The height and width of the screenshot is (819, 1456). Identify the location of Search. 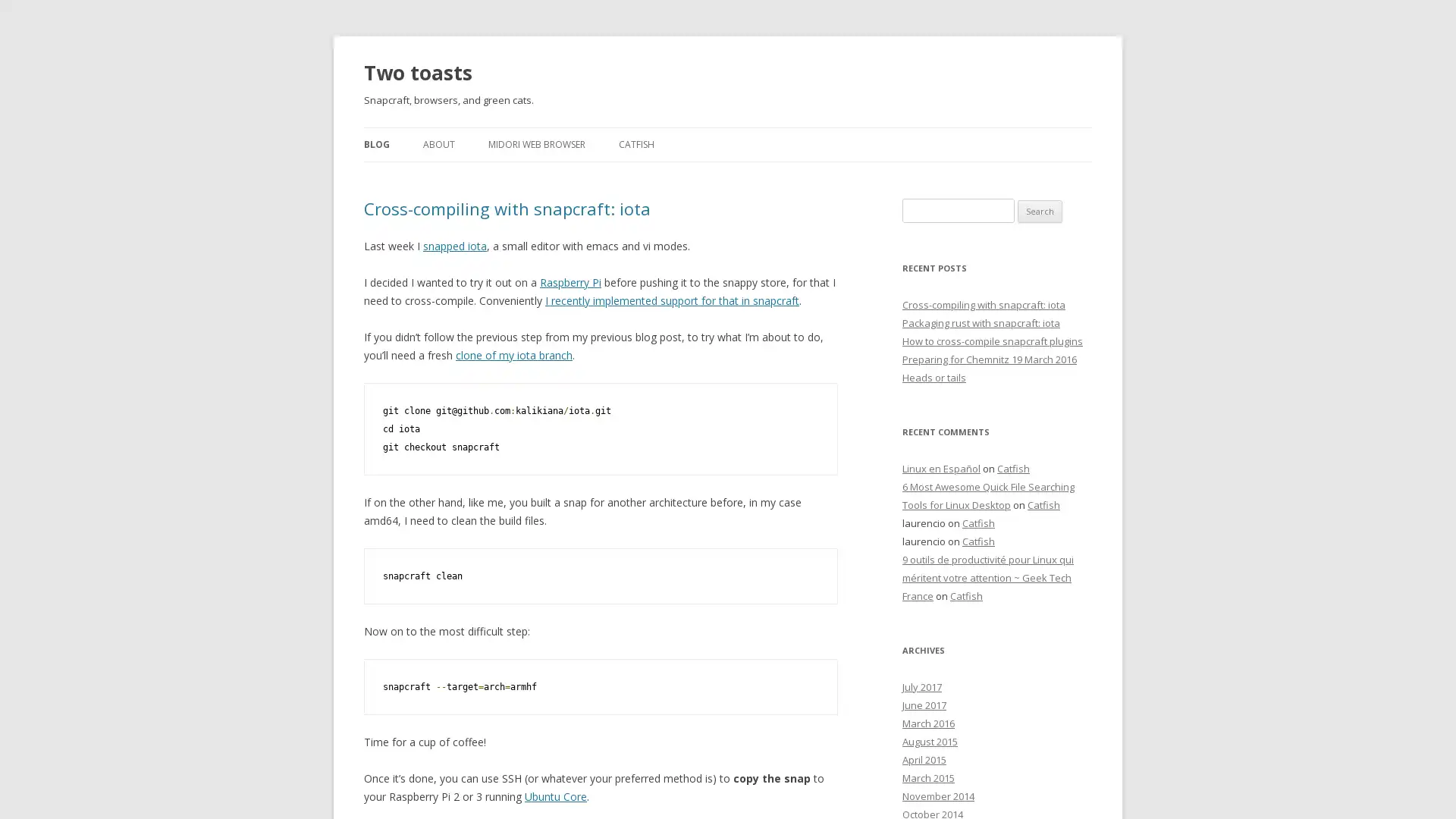
(1039, 211).